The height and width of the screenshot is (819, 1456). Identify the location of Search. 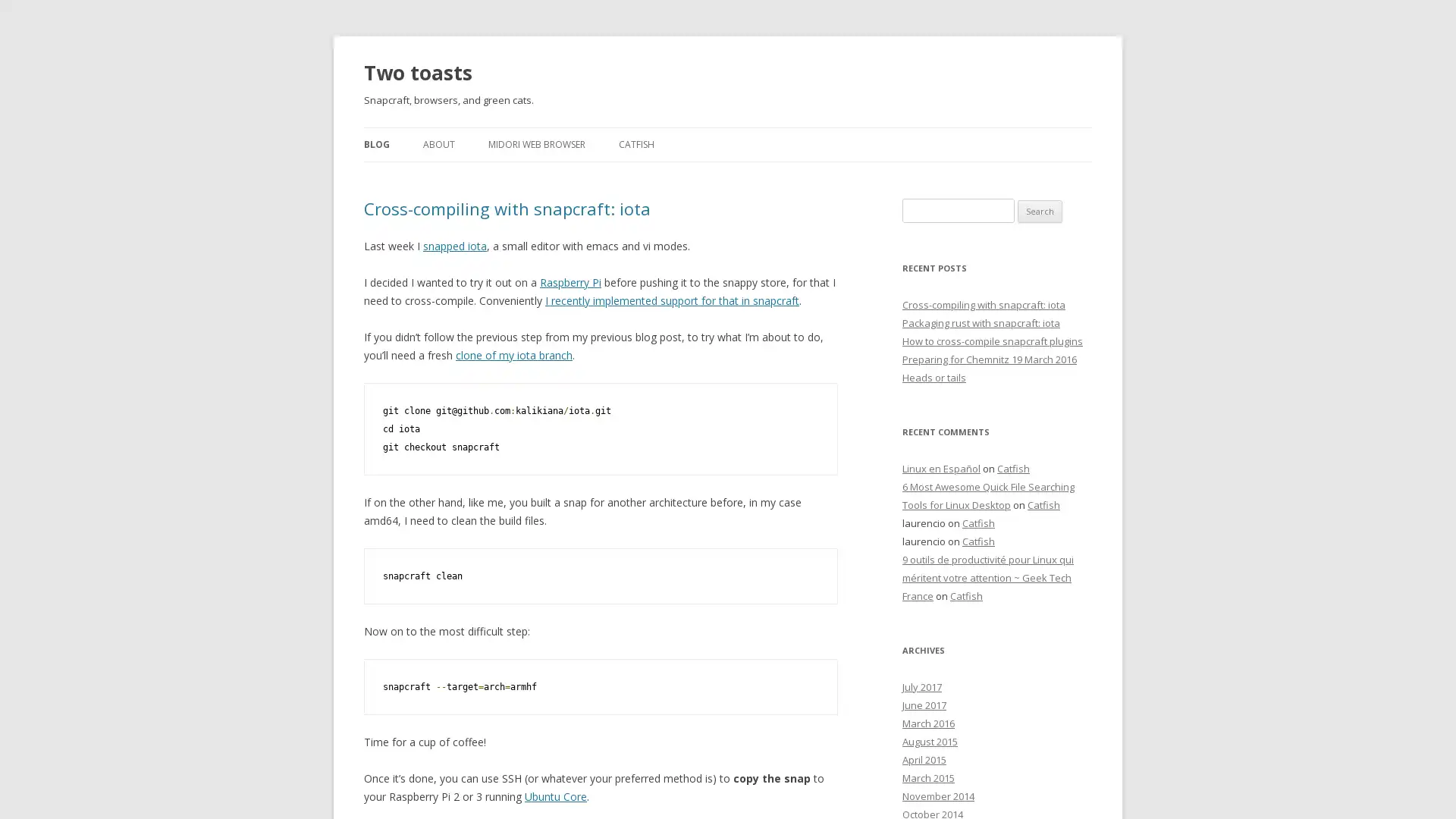
(1039, 211).